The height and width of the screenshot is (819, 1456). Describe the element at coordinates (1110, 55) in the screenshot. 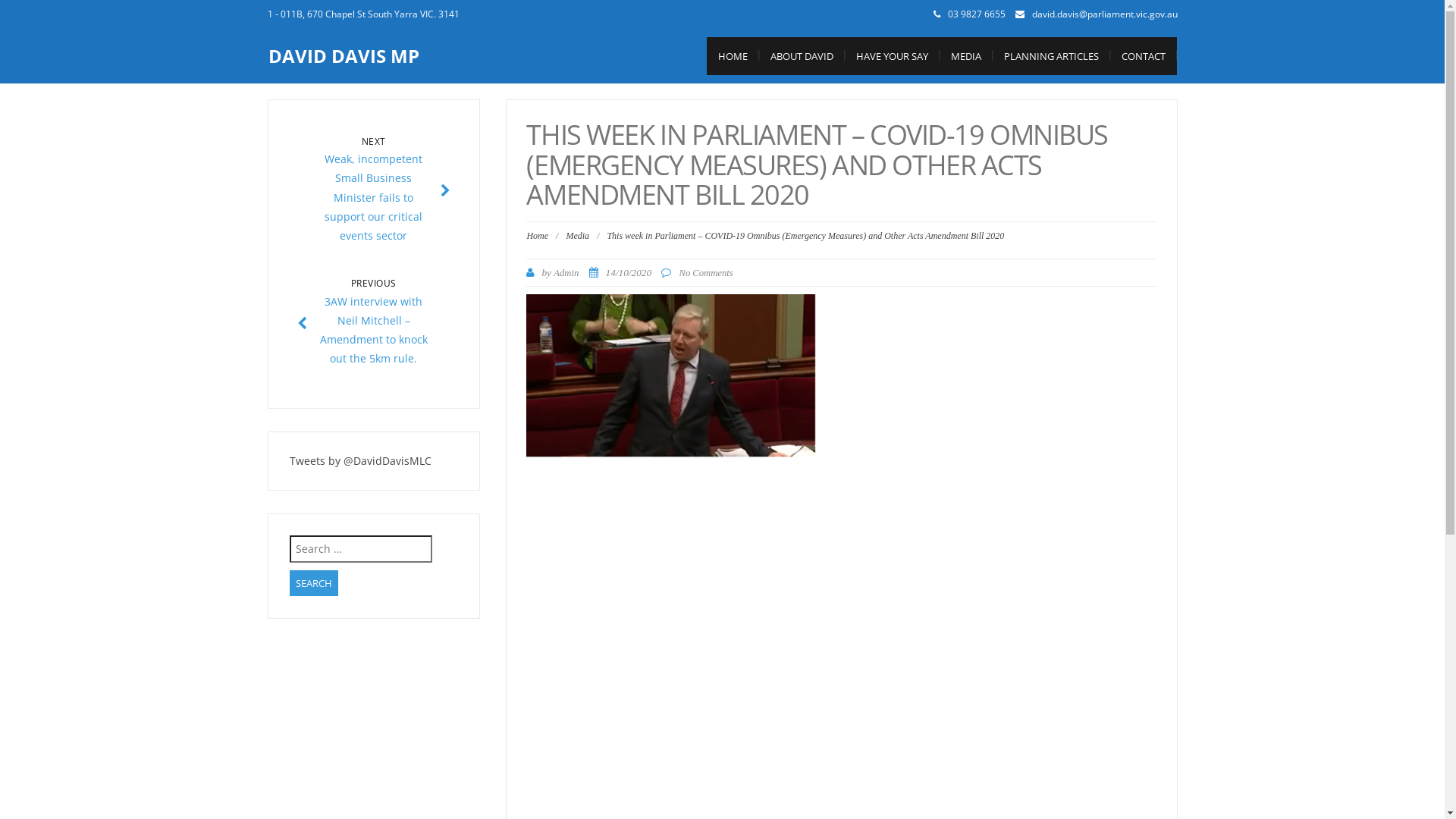

I see `'CONTACT'` at that location.